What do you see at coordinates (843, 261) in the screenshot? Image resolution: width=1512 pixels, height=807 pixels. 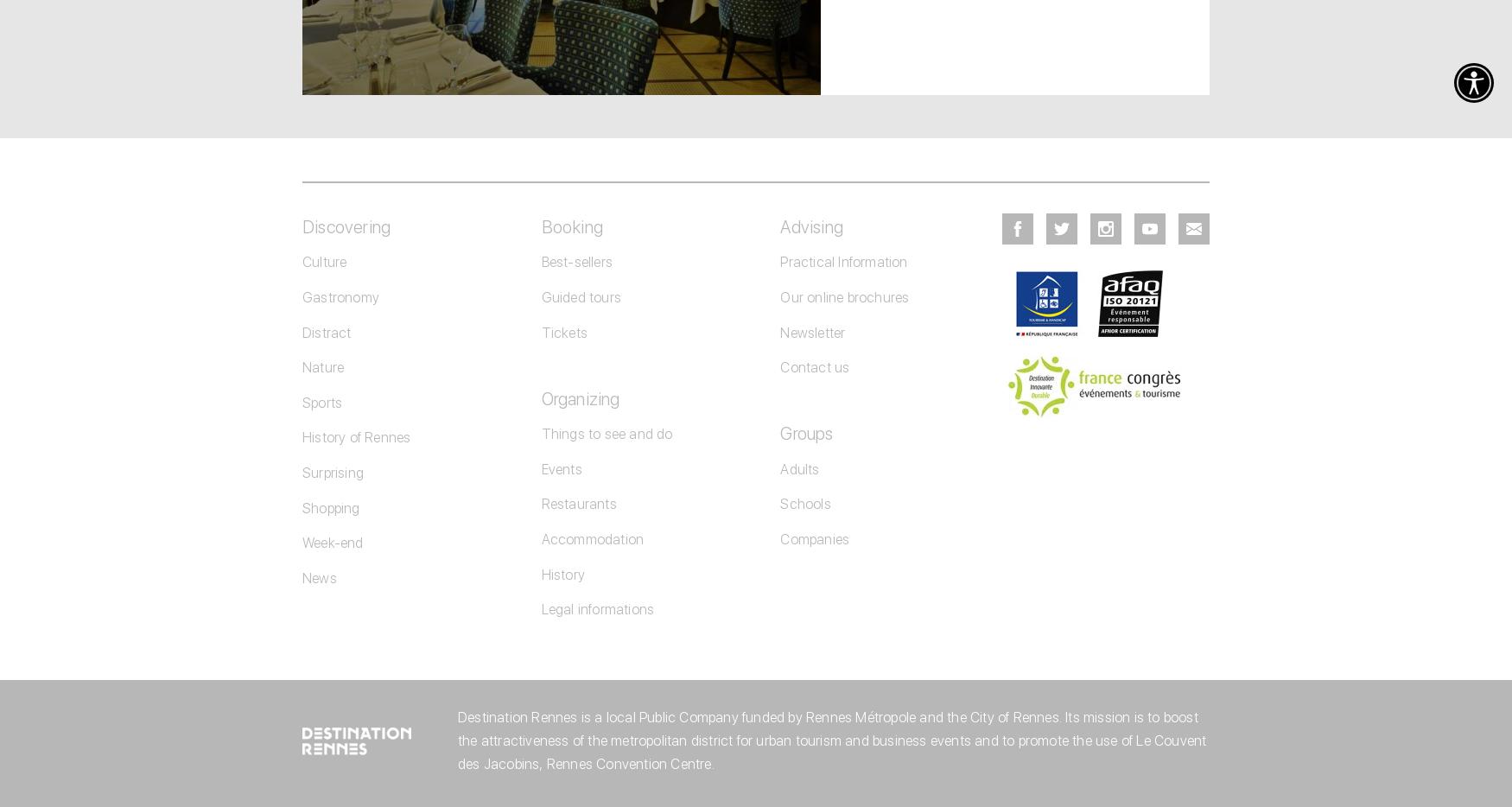 I see `'Practical Information'` at bounding box center [843, 261].